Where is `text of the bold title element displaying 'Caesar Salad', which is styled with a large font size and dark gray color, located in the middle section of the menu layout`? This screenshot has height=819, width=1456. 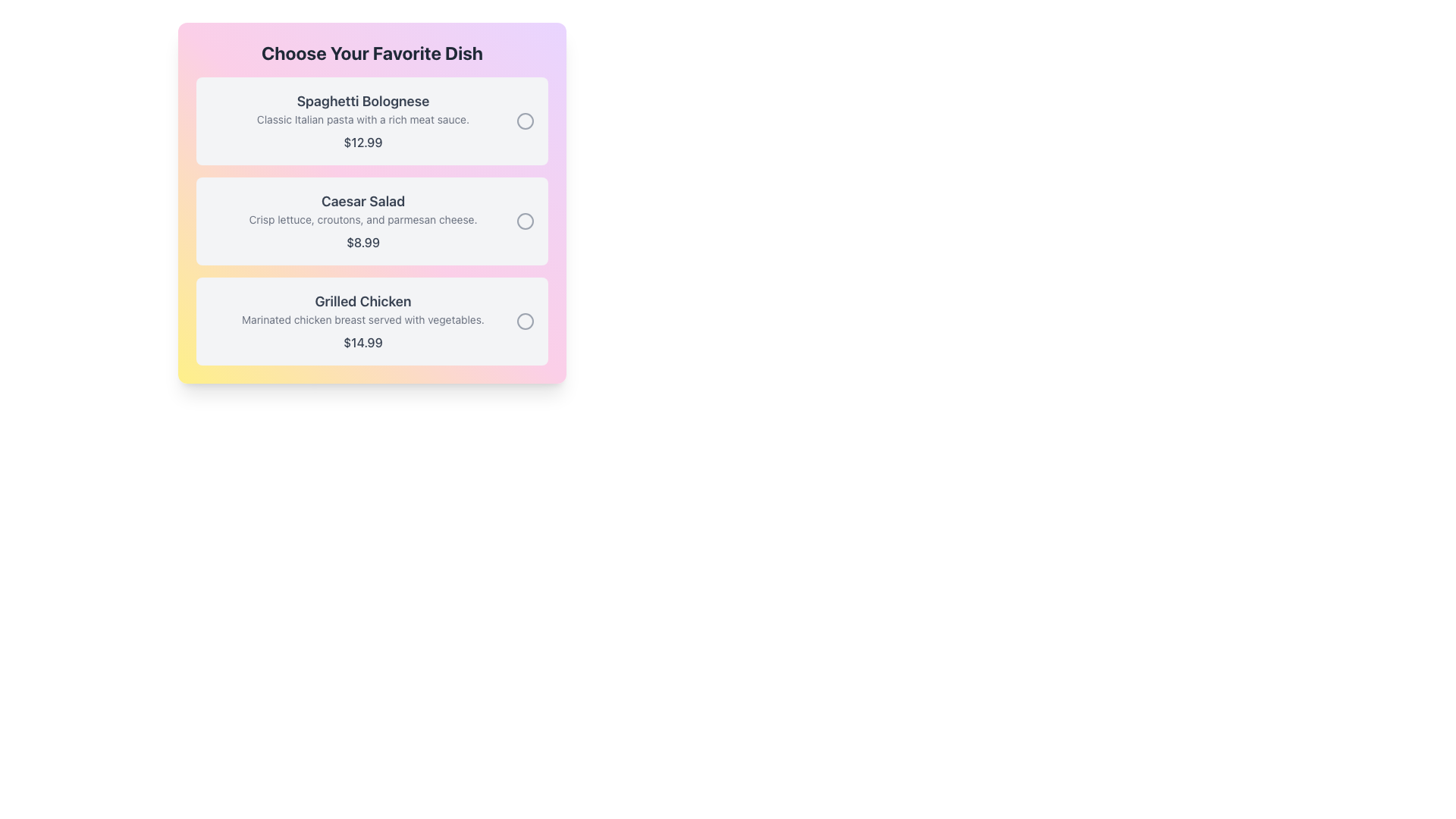
text of the bold title element displaying 'Caesar Salad', which is styled with a large font size and dark gray color, located in the middle section of the menu layout is located at coordinates (362, 201).